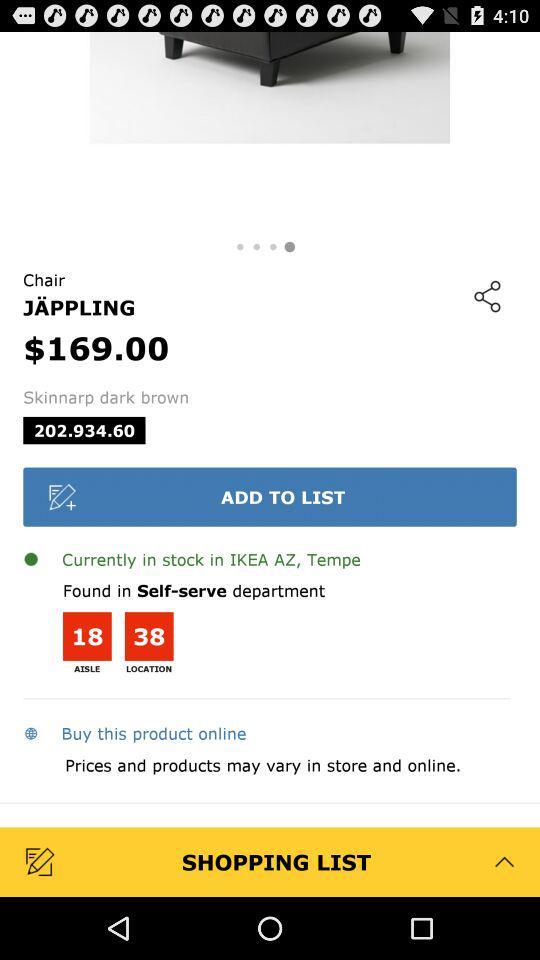 This screenshot has width=540, height=960. I want to click on or view picture, so click(270, 131).